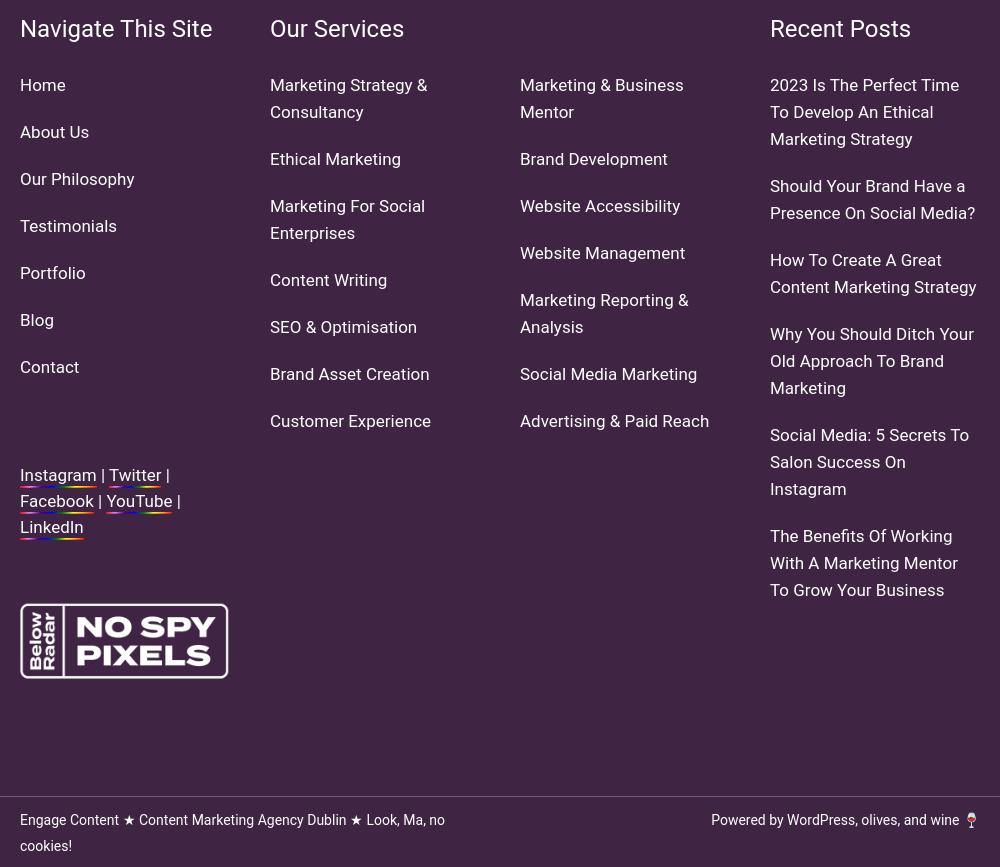  What do you see at coordinates (839, 28) in the screenshot?
I see `'Recent Posts'` at bounding box center [839, 28].